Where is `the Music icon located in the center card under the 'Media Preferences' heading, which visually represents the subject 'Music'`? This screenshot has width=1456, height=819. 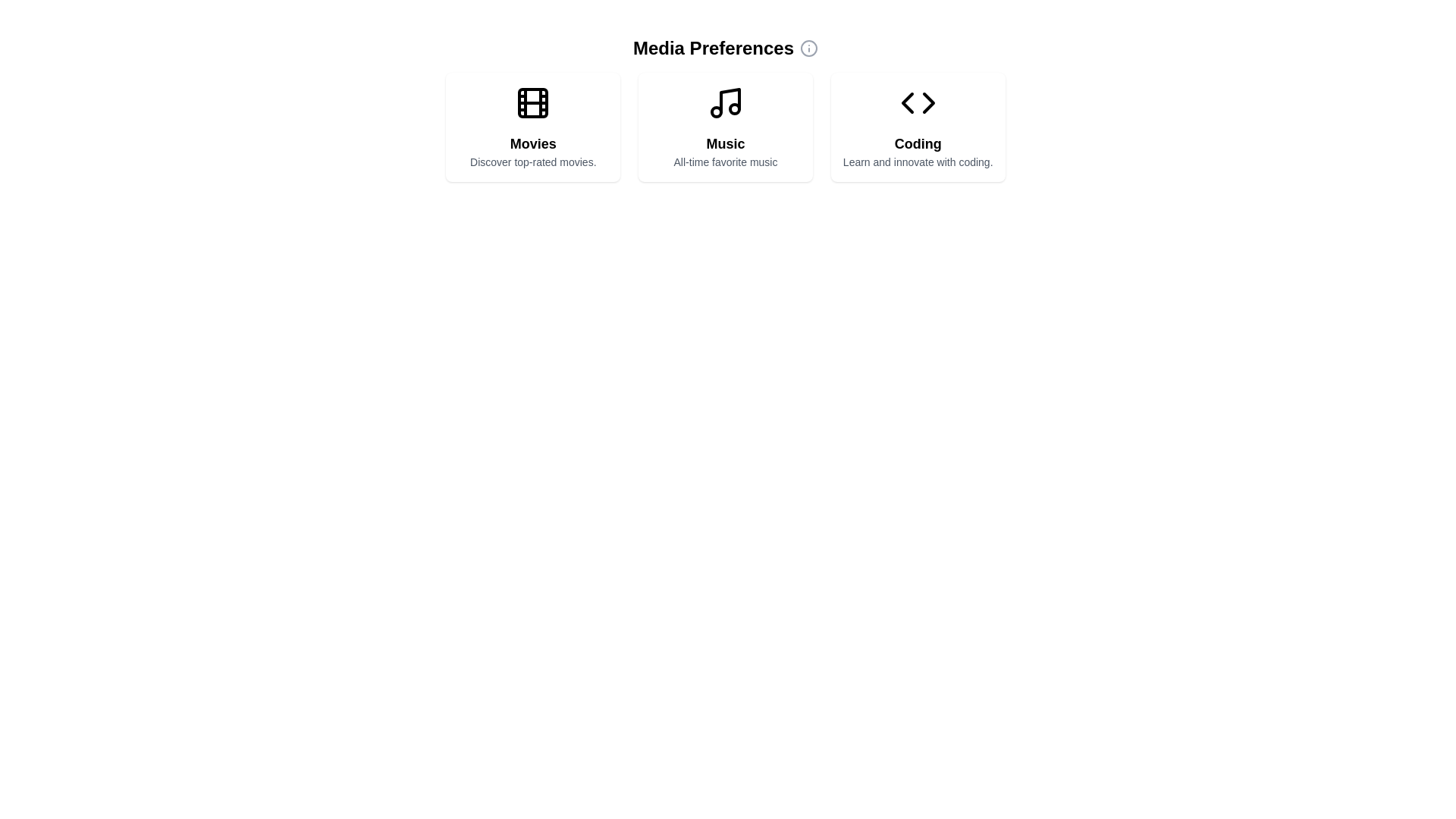 the Music icon located in the center card under the 'Media Preferences' heading, which visually represents the subject 'Music' is located at coordinates (724, 102).